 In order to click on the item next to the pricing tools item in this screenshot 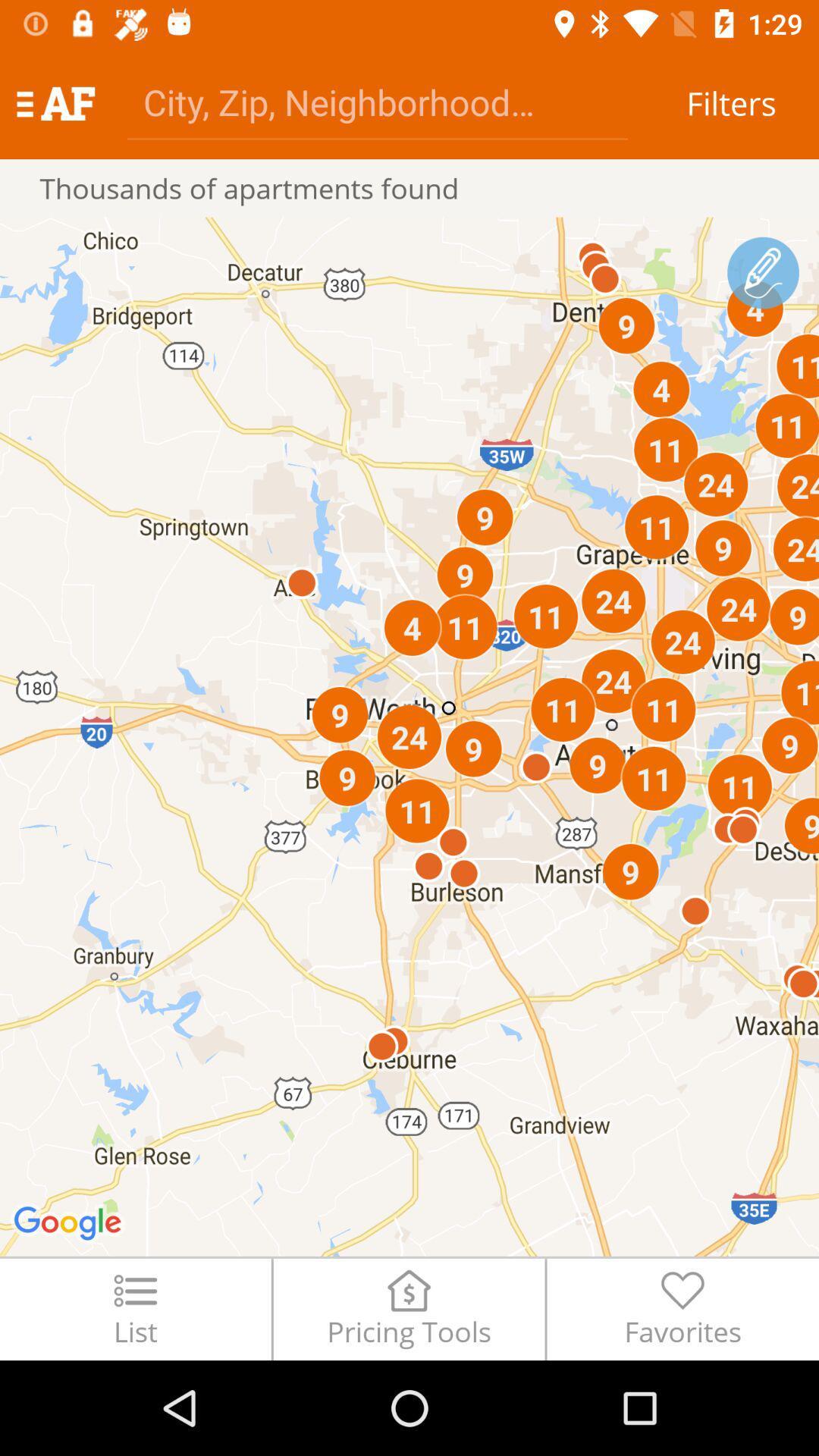, I will do `click(682, 1308)`.